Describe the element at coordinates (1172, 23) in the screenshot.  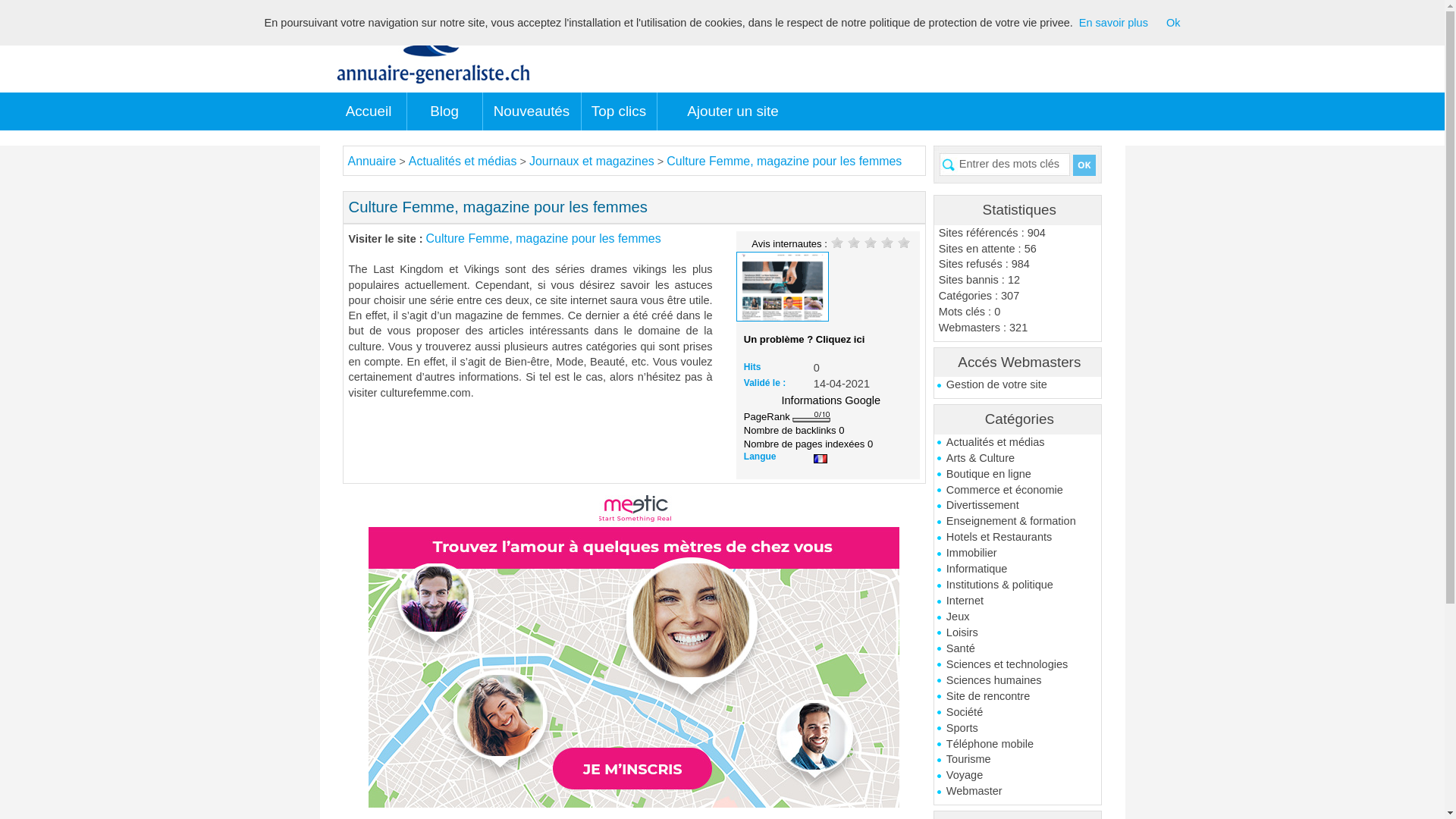
I see `'Ok'` at that location.